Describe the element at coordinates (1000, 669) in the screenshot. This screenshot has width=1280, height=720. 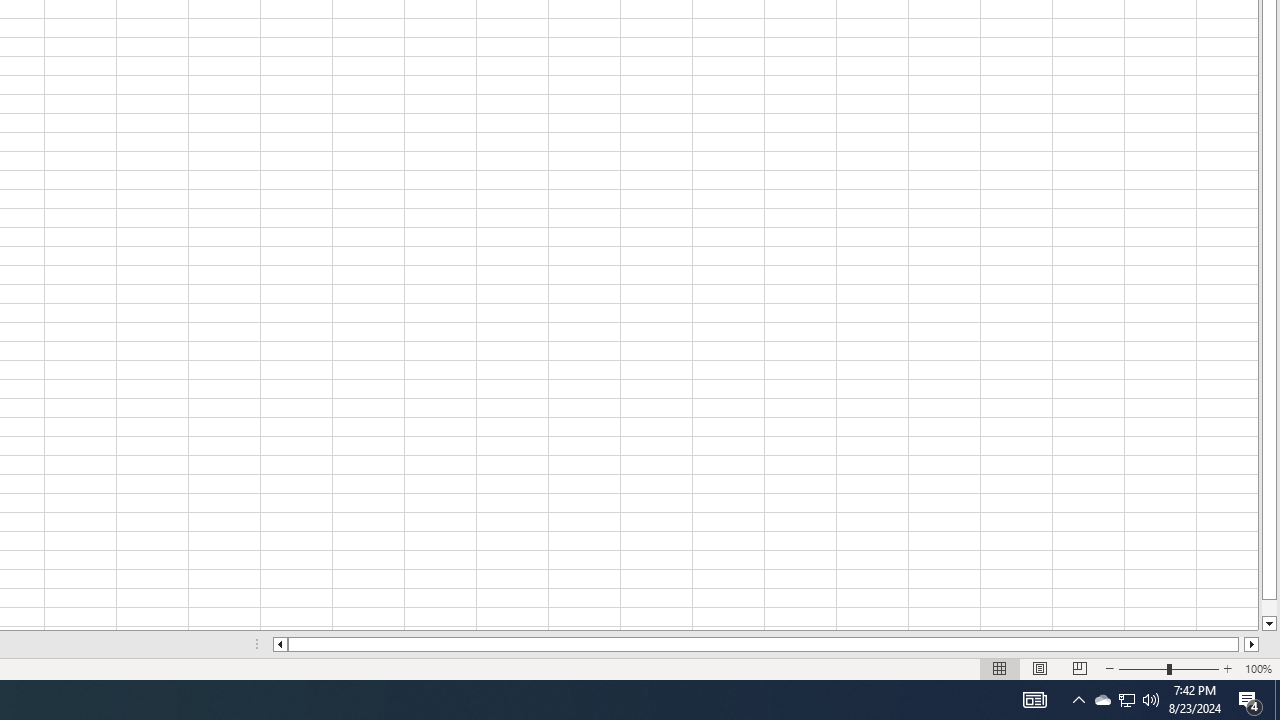
I see `'Normal'` at that location.